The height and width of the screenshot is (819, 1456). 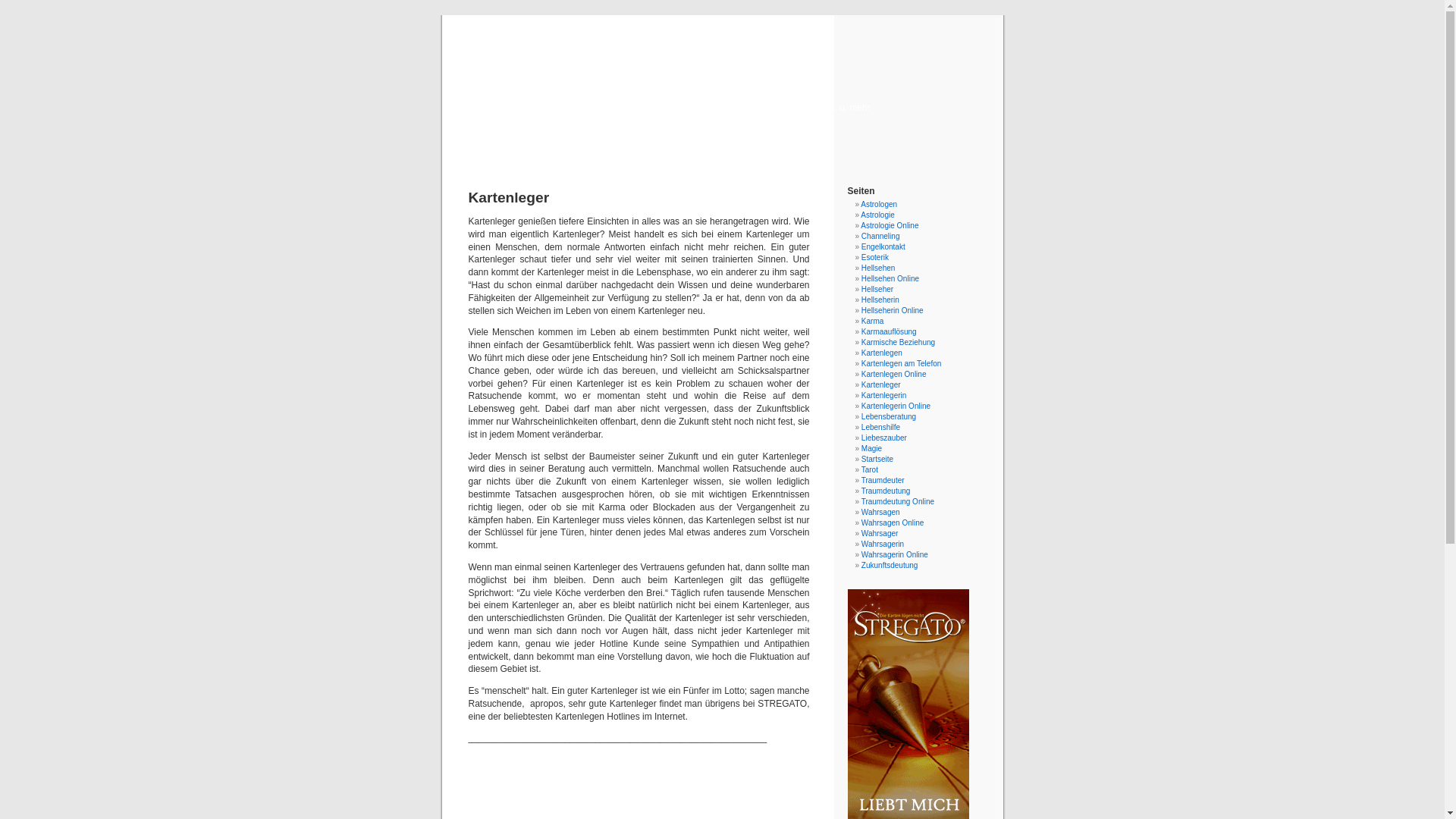 I want to click on 'Zukunftsdeutung', so click(x=890, y=565).